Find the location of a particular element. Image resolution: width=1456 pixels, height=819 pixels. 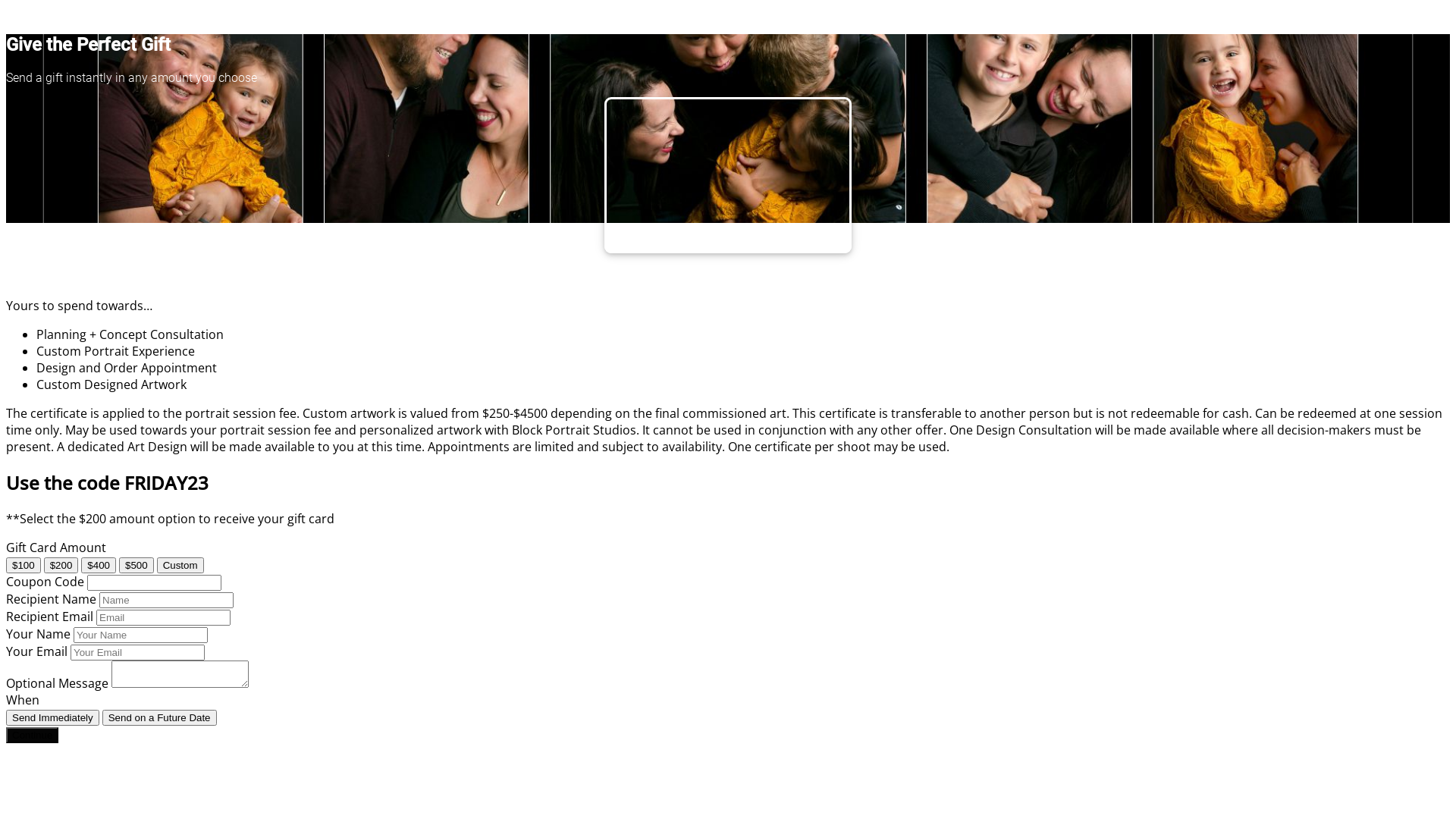

'$100' is located at coordinates (6, 565).